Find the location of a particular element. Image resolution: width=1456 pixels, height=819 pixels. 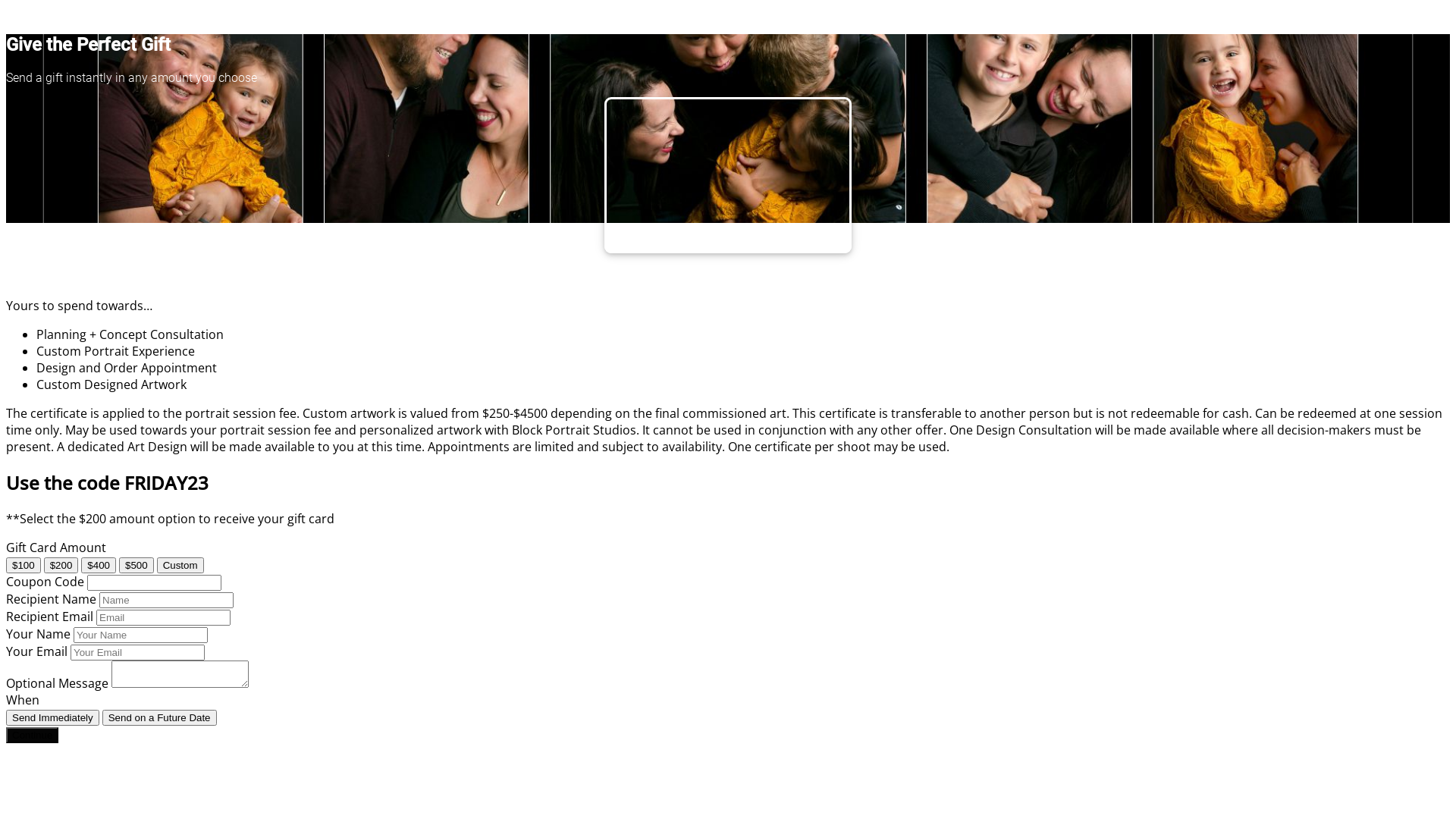

'$100' is located at coordinates (6, 565).